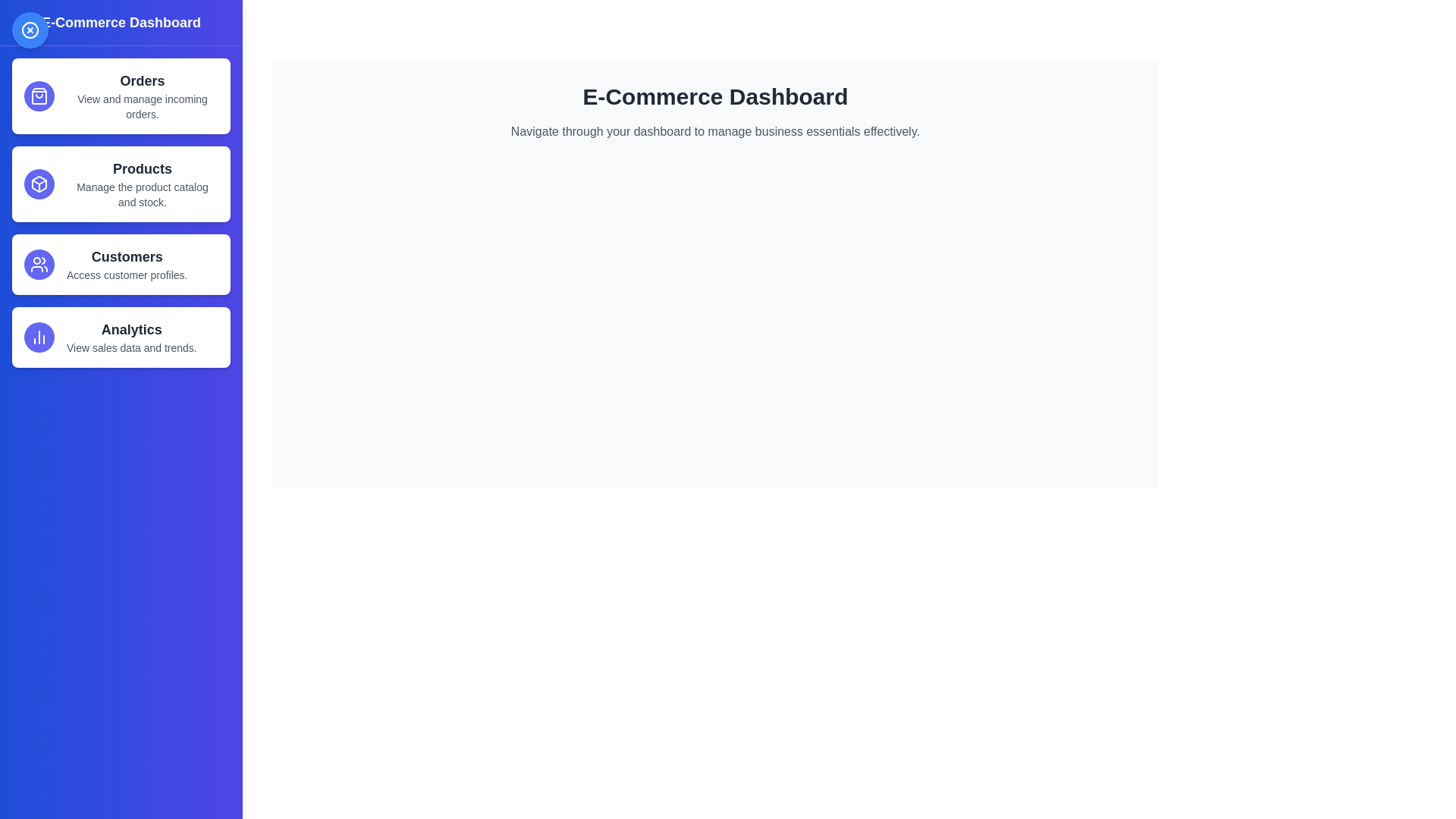  What do you see at coordinates (120, 184) in the screenshot?
I see `the menu item labeled Products` at bounding box center [120, 184].